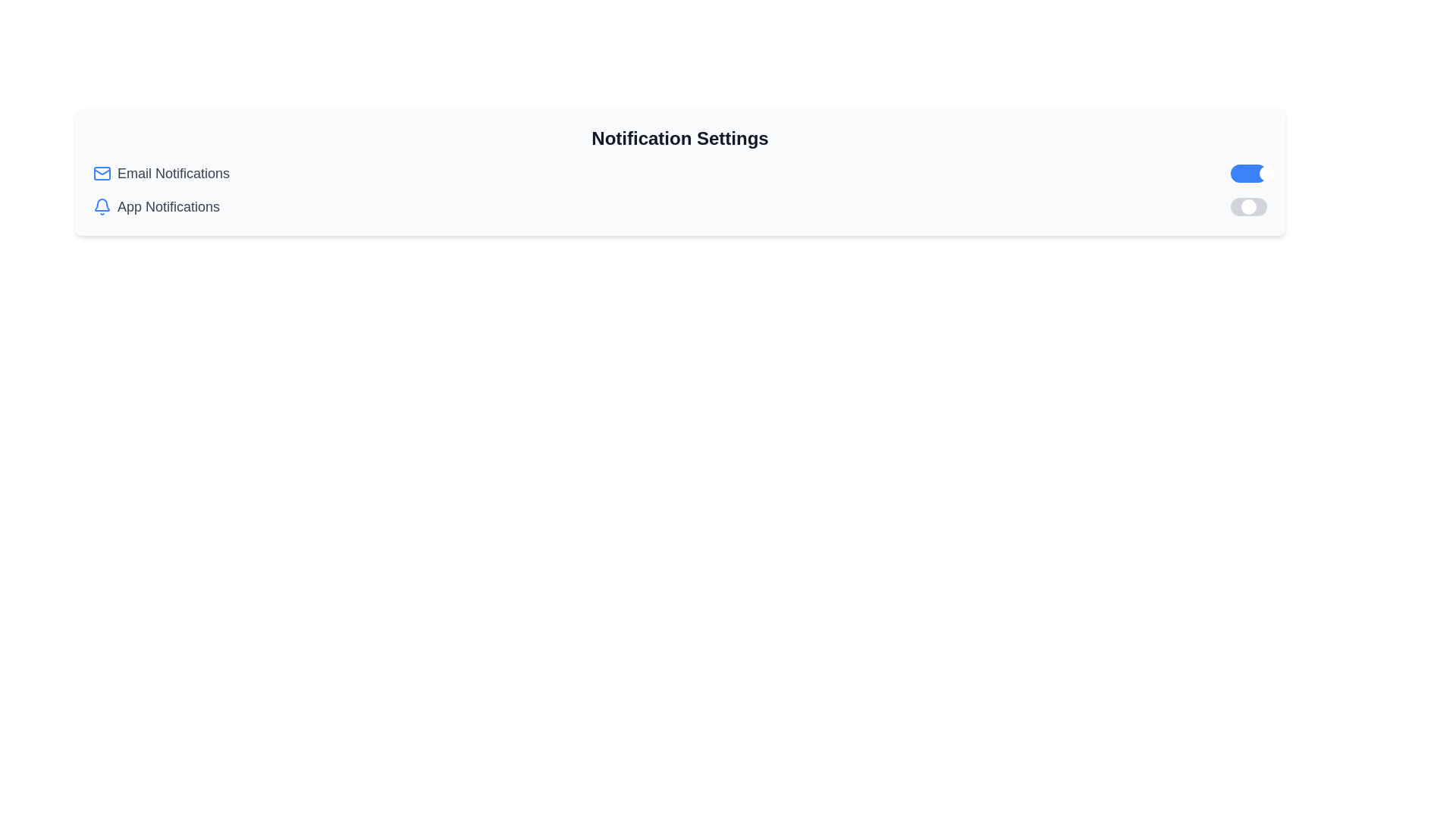  Describe the element at coordinates (101, 207) in the screenshot. I see `the notifications icon located in the 'App Notifications' section, positioned before the descriptive text` at that location.